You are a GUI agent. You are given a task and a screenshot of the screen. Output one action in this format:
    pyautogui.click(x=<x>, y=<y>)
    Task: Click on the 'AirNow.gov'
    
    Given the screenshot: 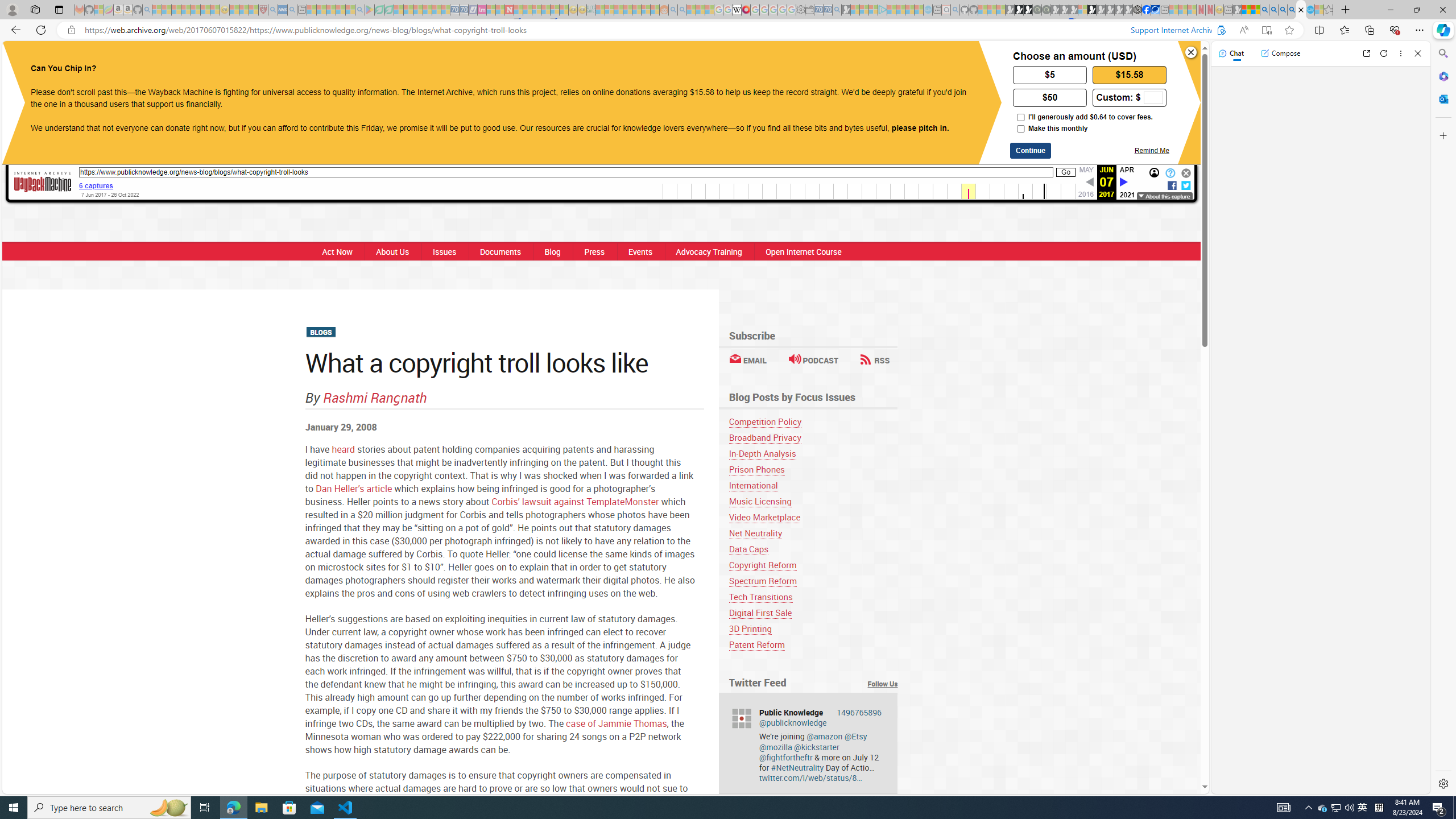 What is the action you would take?
    pyautogui.click(x=1155, y=9)
    